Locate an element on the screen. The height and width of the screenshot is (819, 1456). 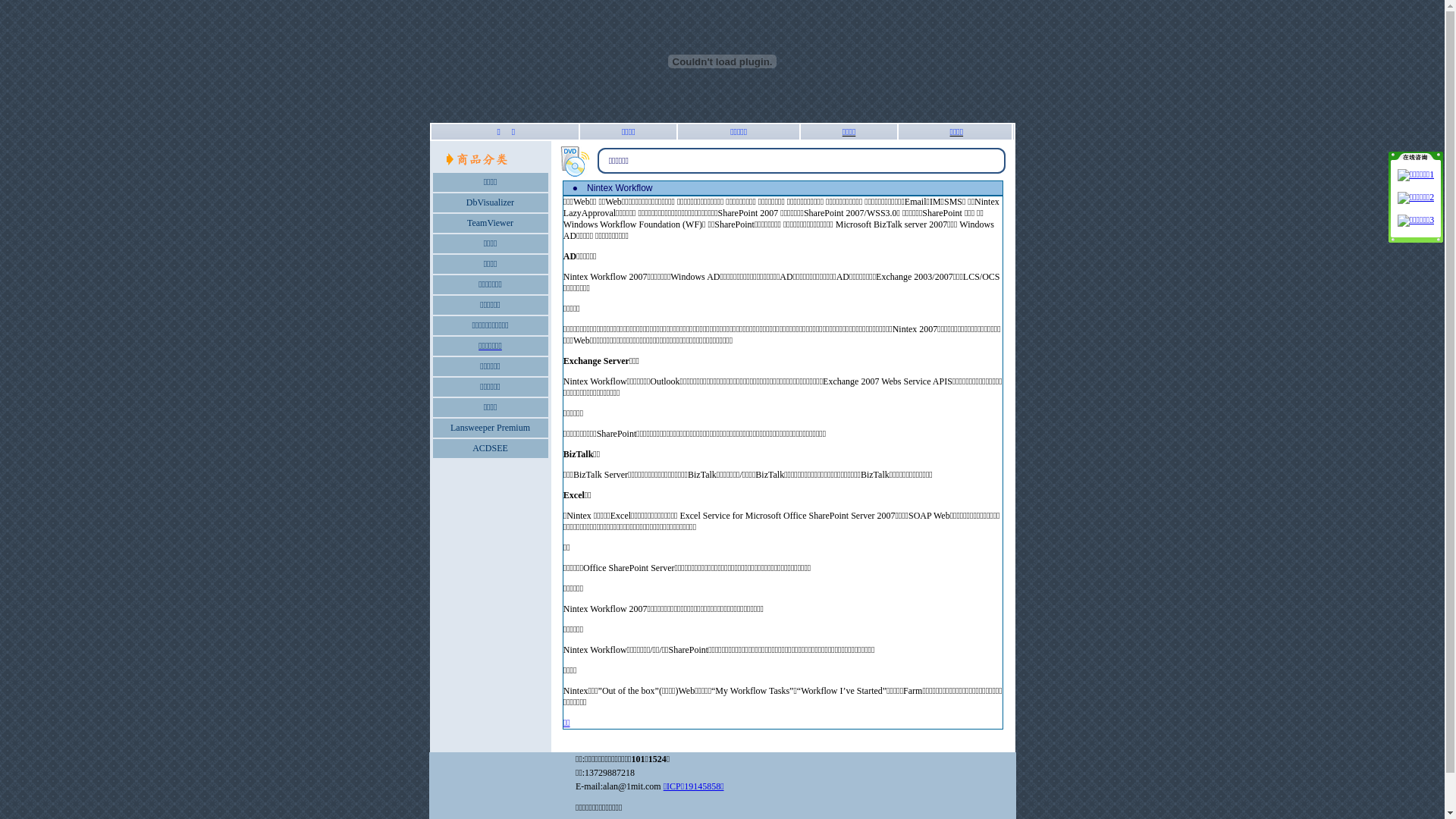
'Lansweeper Premium' is located at coordinates (490, 427).